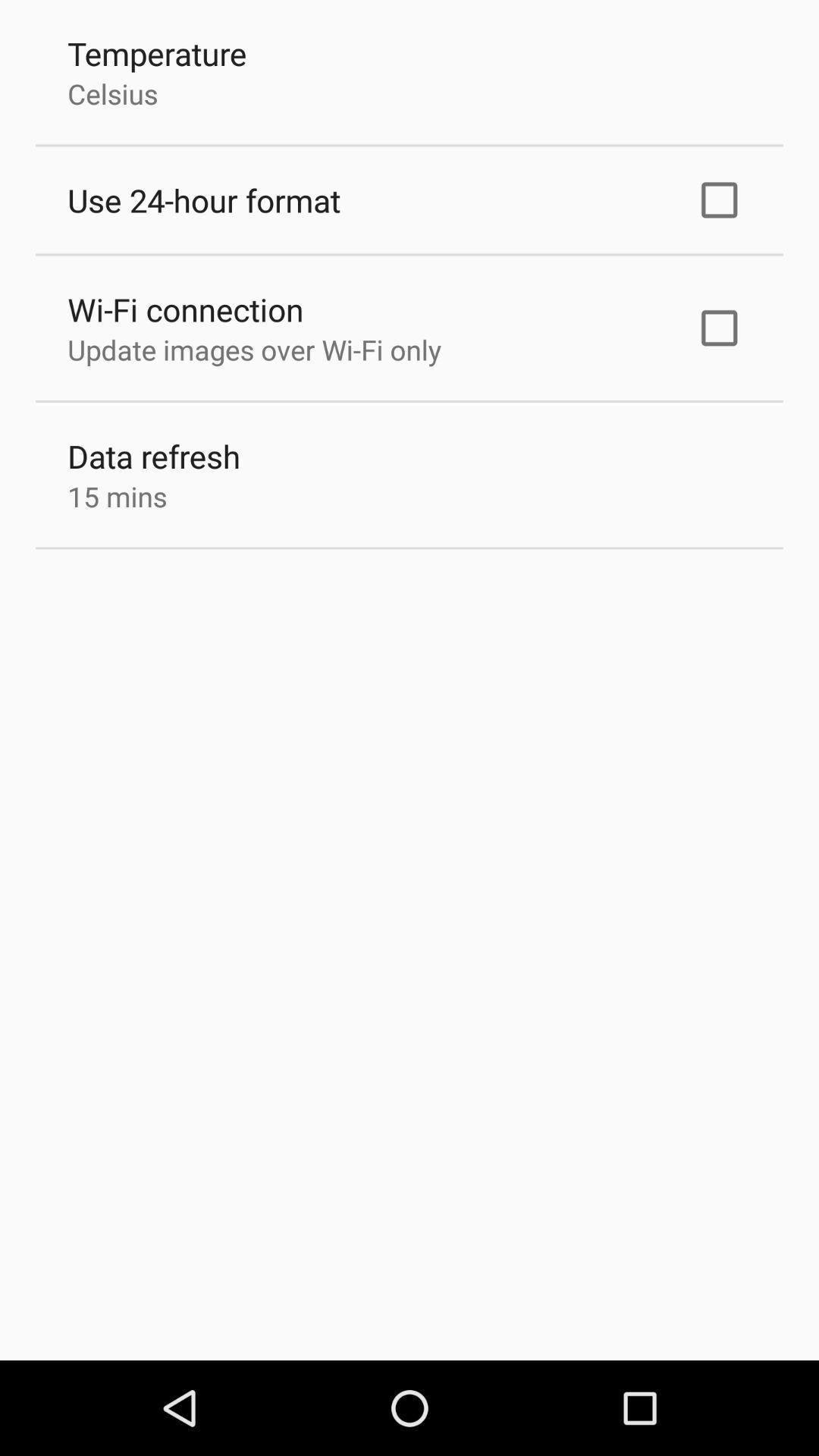  I want to click on update images over item, so click(253, 349).